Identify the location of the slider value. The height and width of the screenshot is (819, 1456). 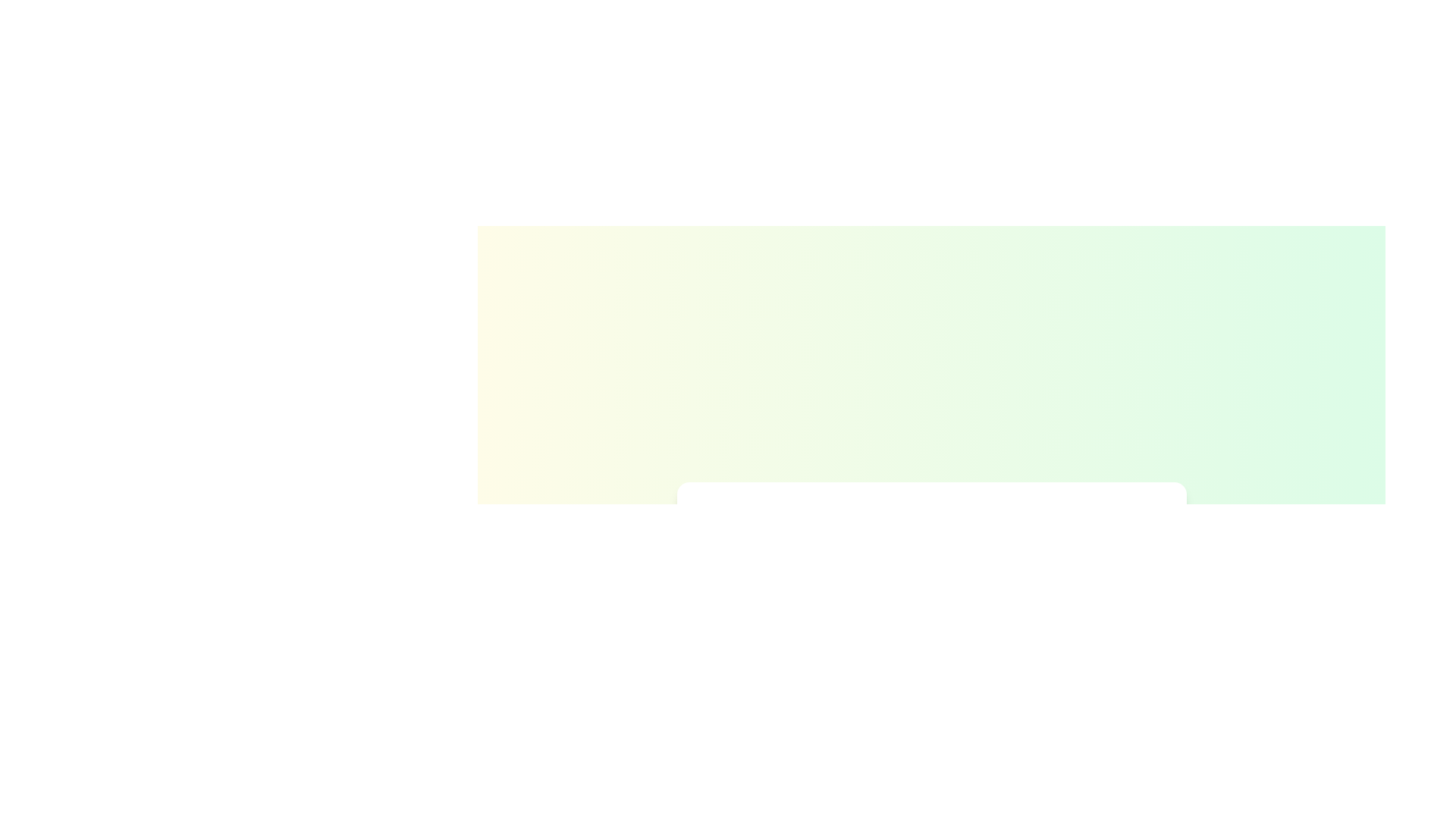
(1016, 639).